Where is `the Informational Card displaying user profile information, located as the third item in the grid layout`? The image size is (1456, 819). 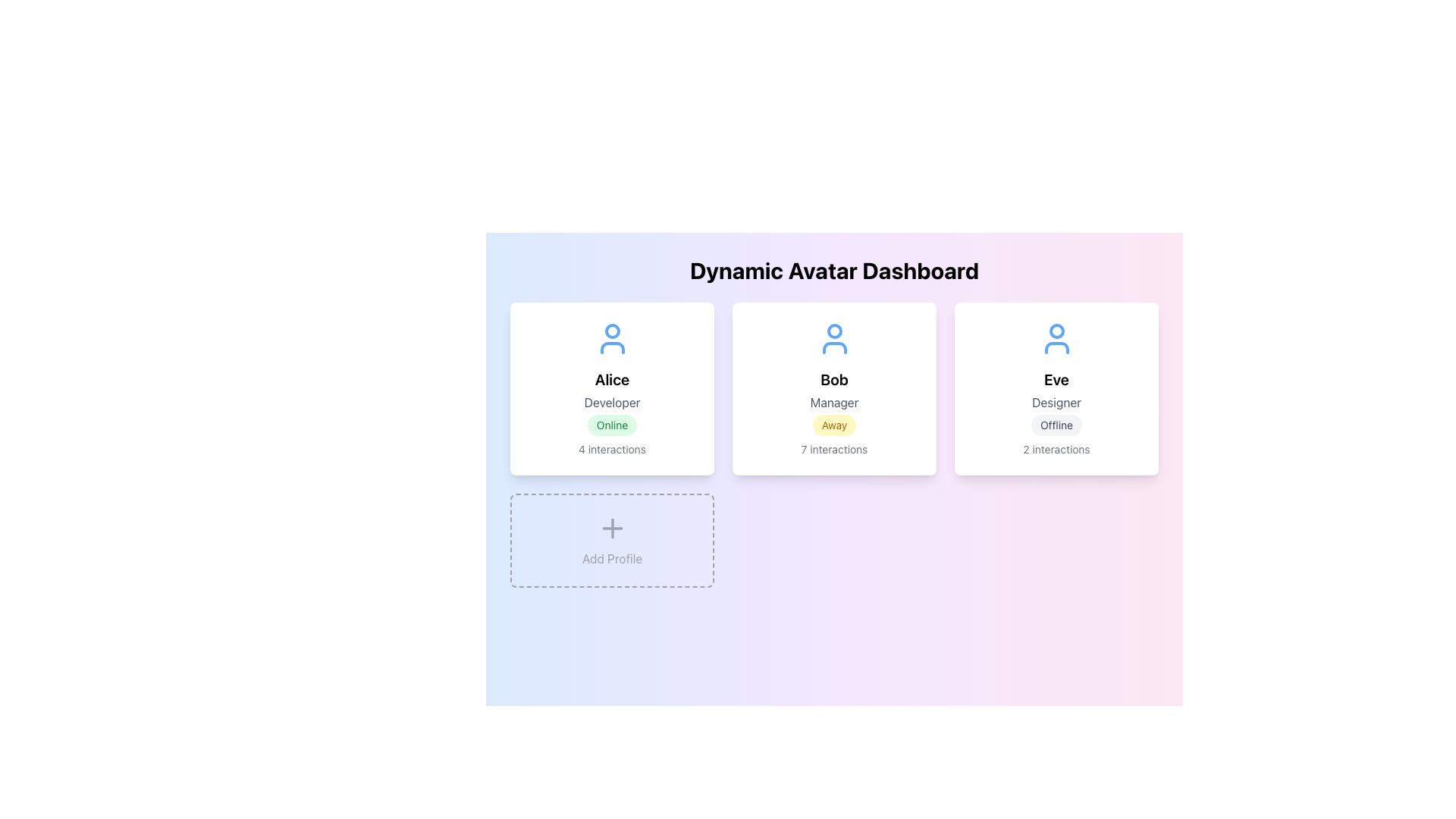 the Informational Card displaying user profile information, located as the third item in the grid layout is located at coordinates (1056, 388).